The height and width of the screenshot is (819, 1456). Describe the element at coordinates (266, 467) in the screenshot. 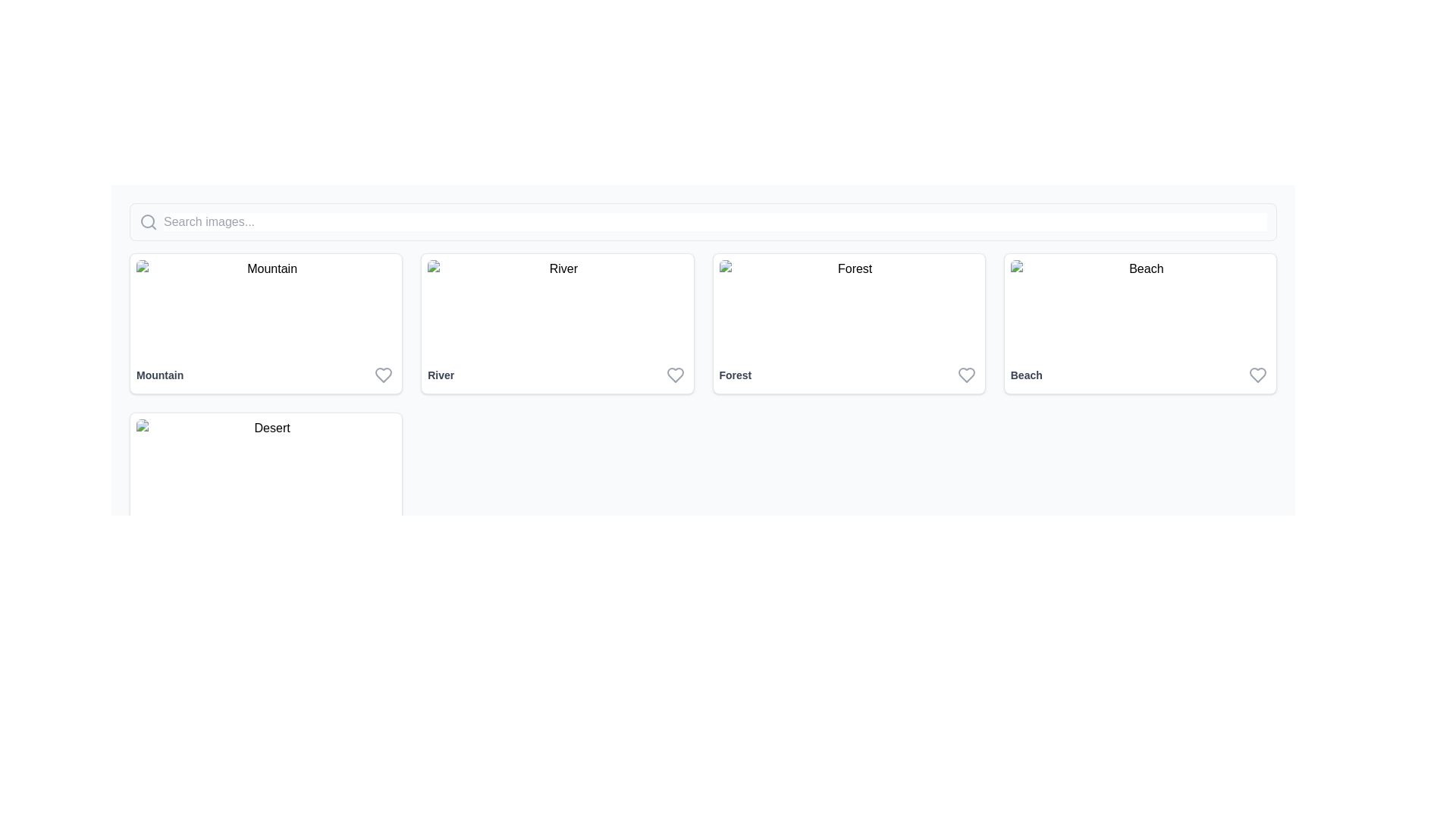

I see `the image representing the desert located` at that location.